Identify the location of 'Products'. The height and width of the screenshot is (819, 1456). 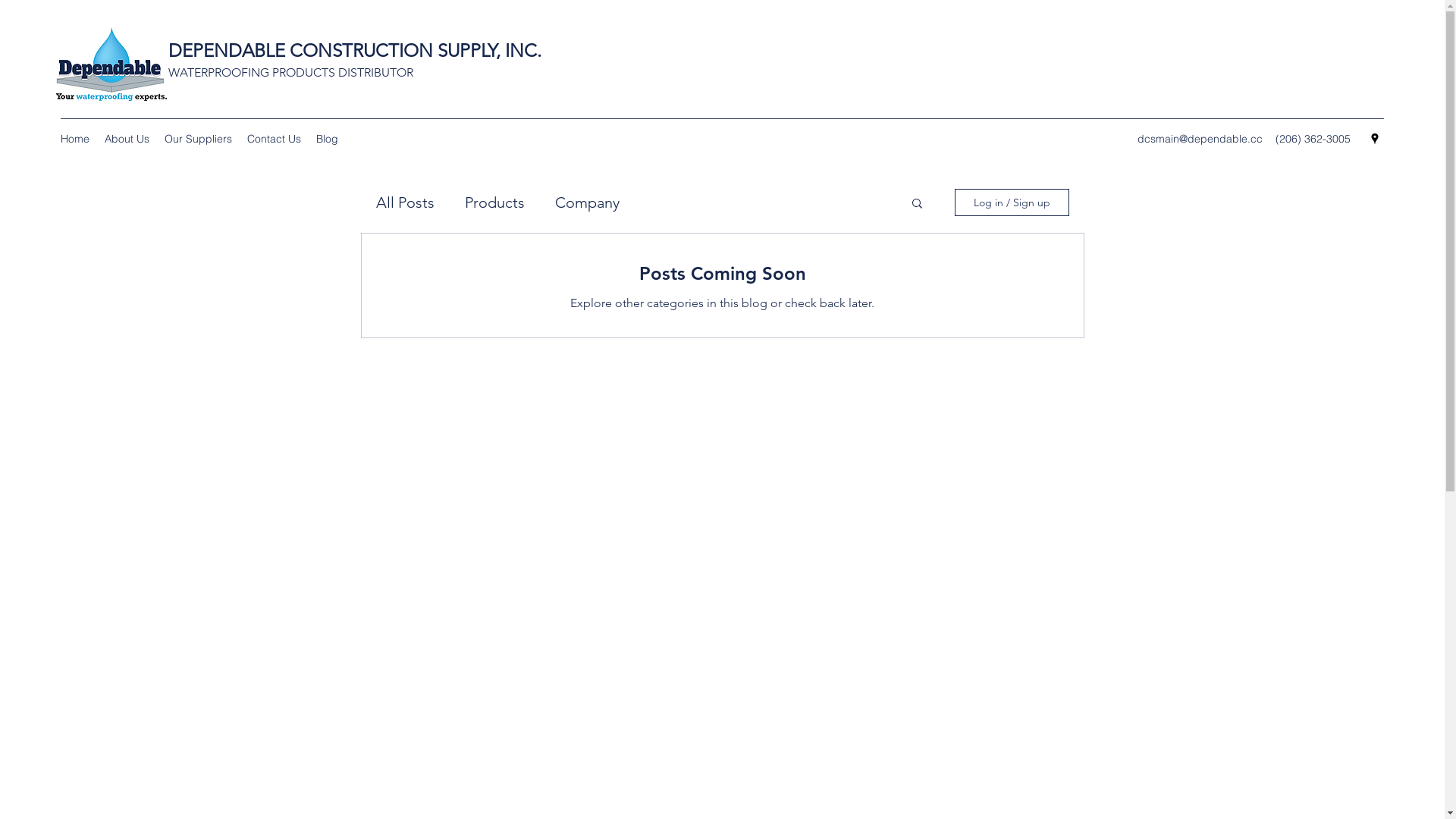
(494, 201).